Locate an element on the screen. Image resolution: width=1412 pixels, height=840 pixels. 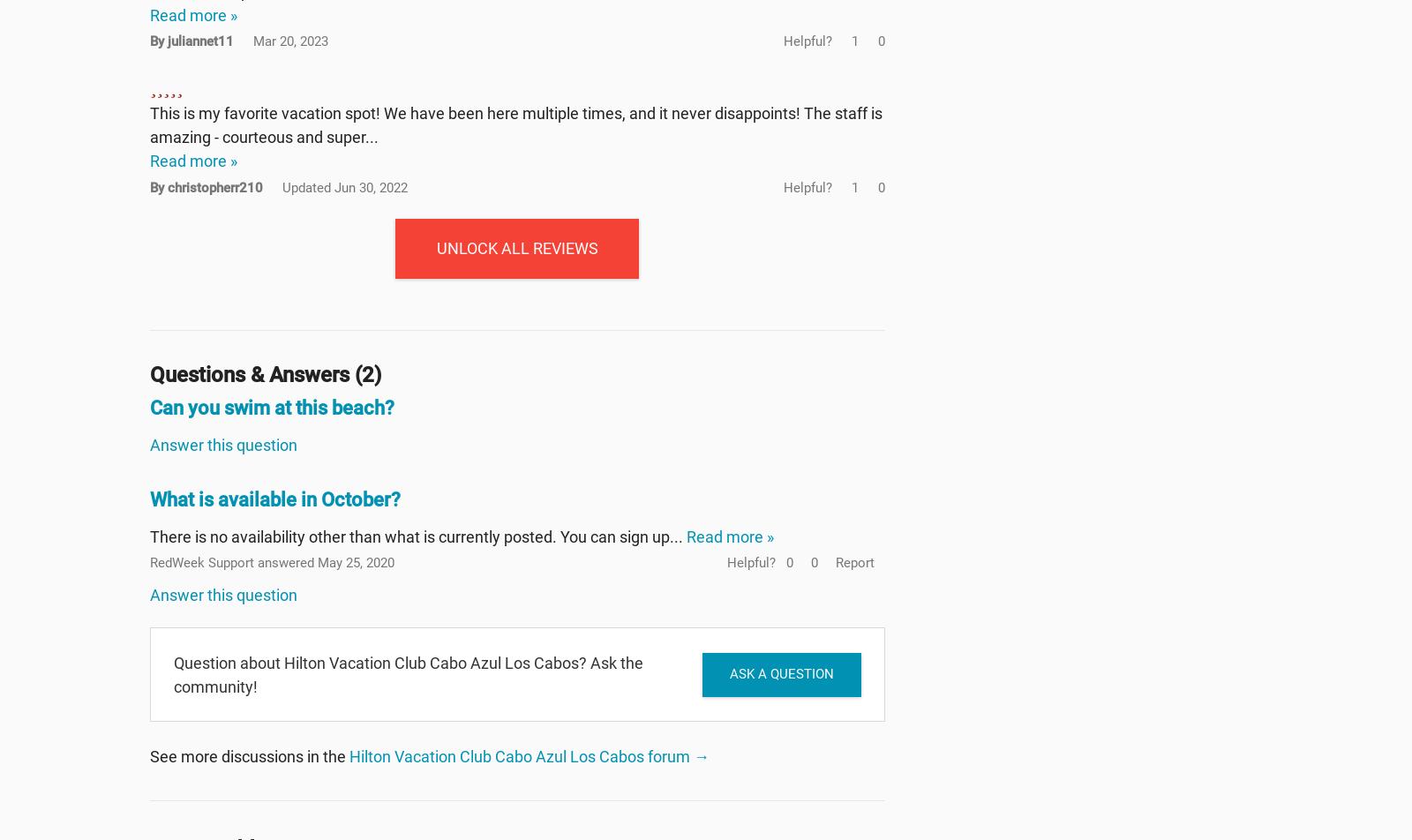
'Question about Hilton Vacation Club Cabo Azul Los Cabos? Ask the community!' is located at coordinates (407, 673).